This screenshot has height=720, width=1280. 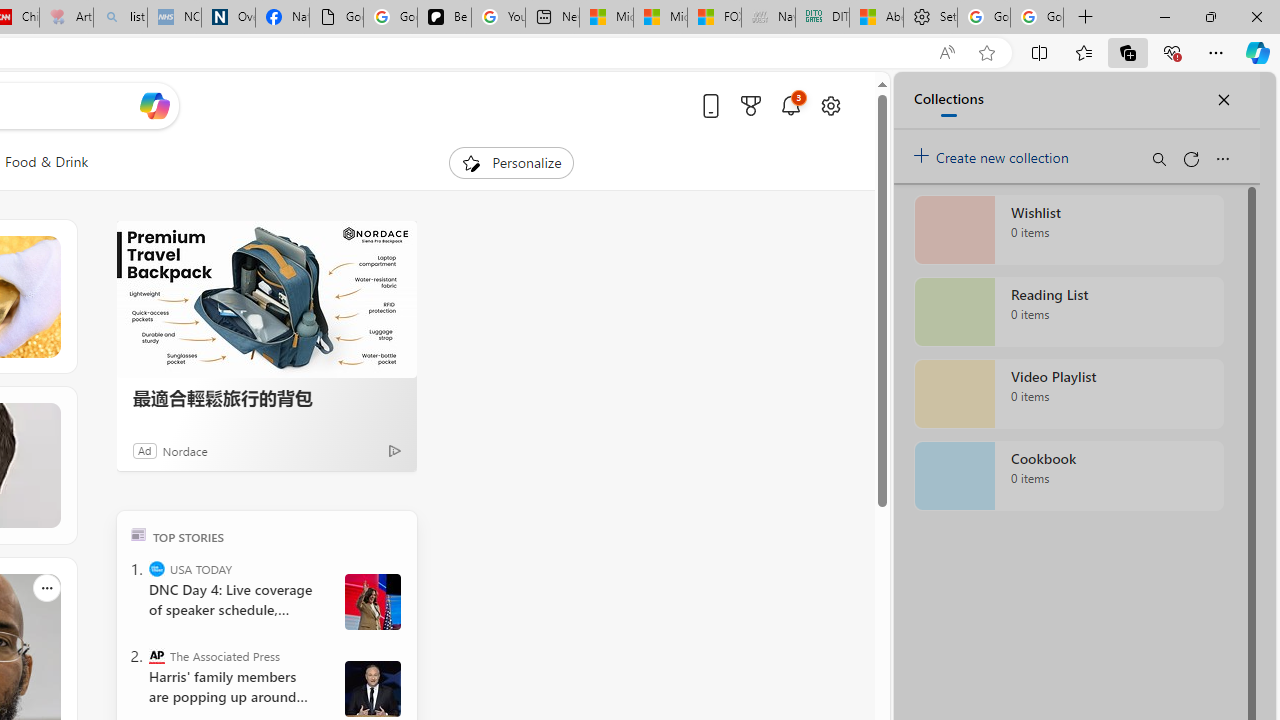 I want to click on 'FOX News - MSN', so click(x=714, y=17).